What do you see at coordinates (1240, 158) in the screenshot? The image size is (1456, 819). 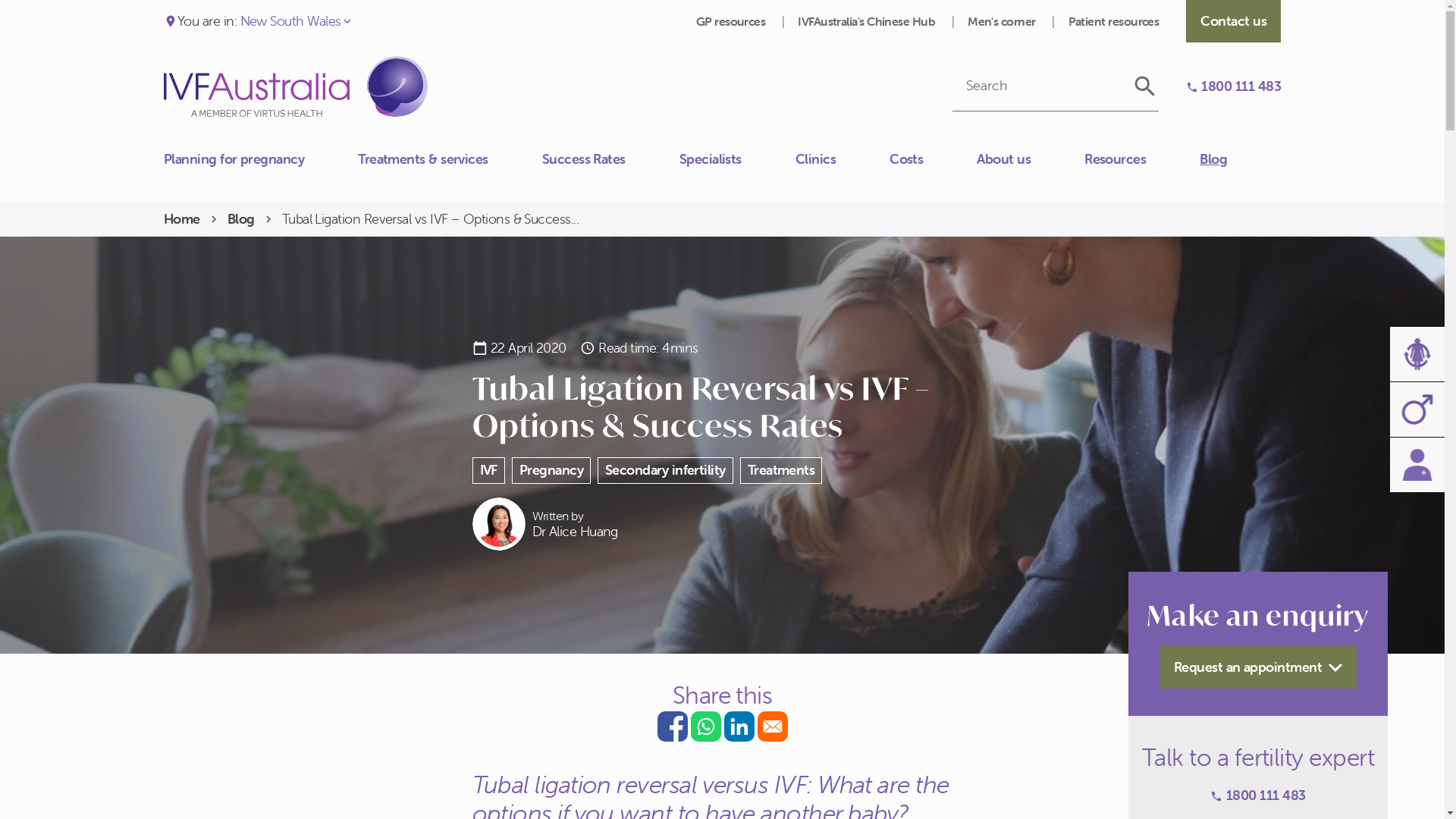 I see `'Blog'` at bounding box center [1240, 158].